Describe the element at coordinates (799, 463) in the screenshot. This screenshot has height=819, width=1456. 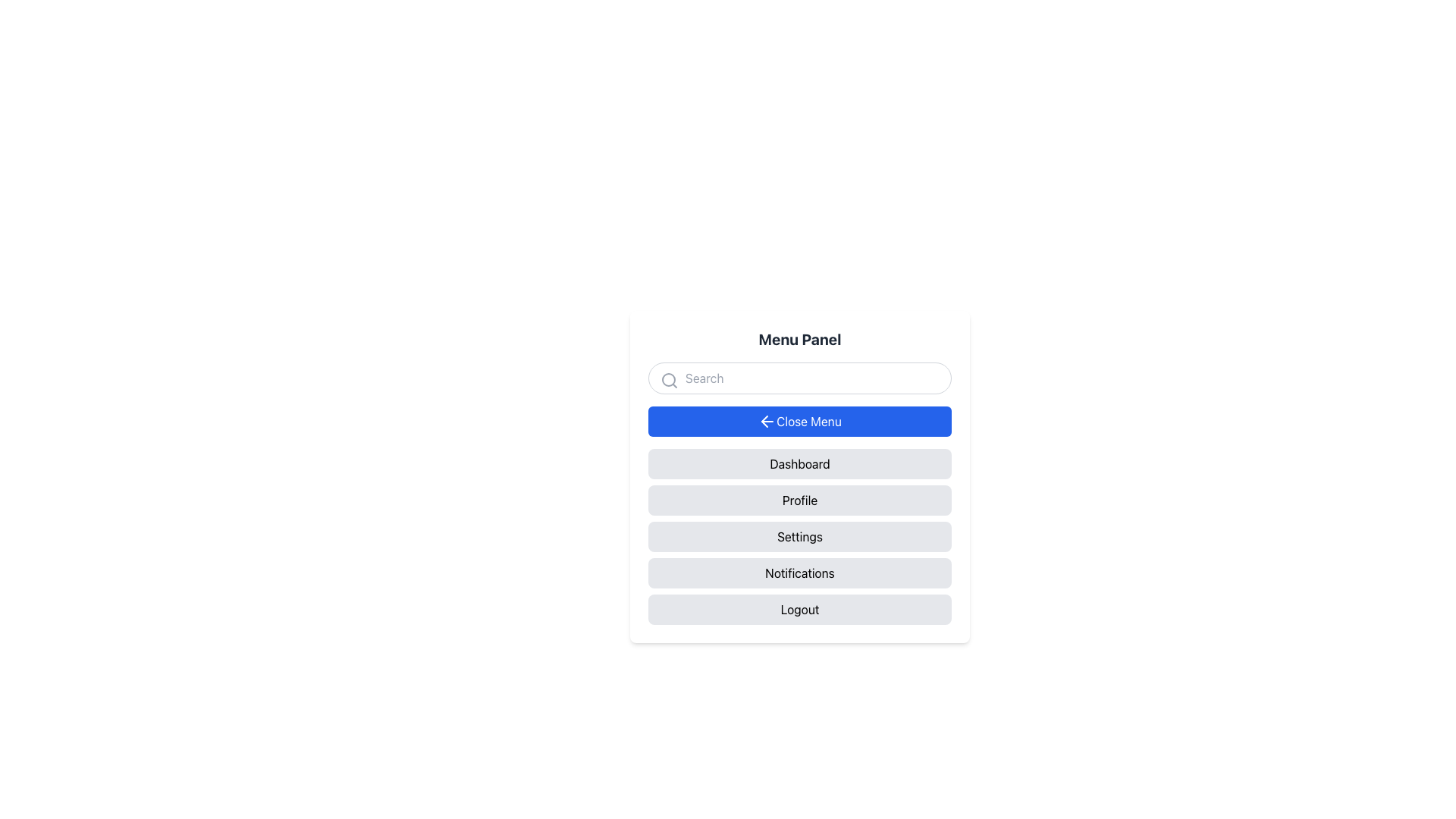
I see `the 'Dashboard' button, which is the first option in the vertically-listed menu, to observe styling changes` at that location.